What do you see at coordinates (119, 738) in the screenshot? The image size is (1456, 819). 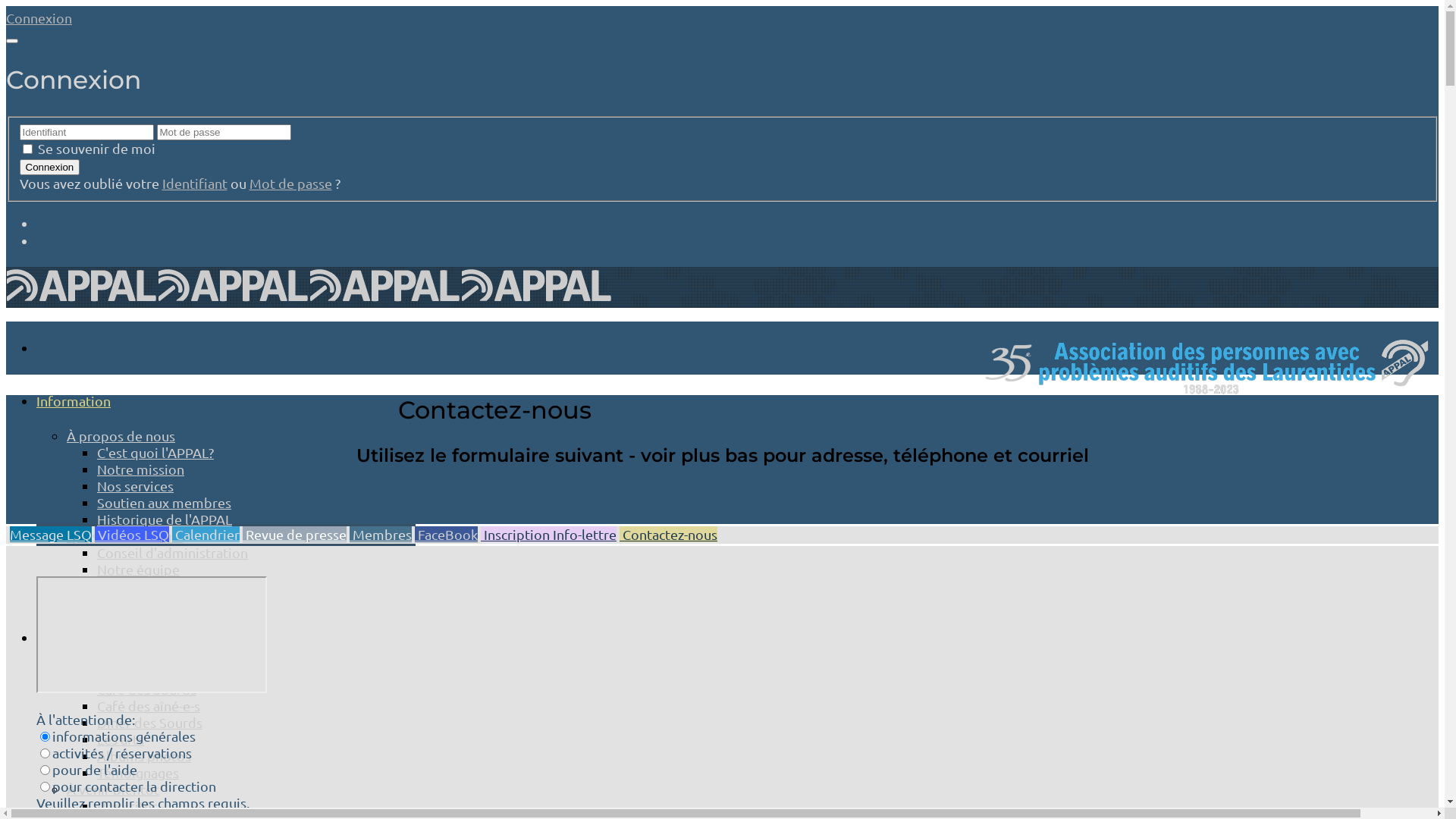 I see `'Les arts'` at bounding box center [119, 738].